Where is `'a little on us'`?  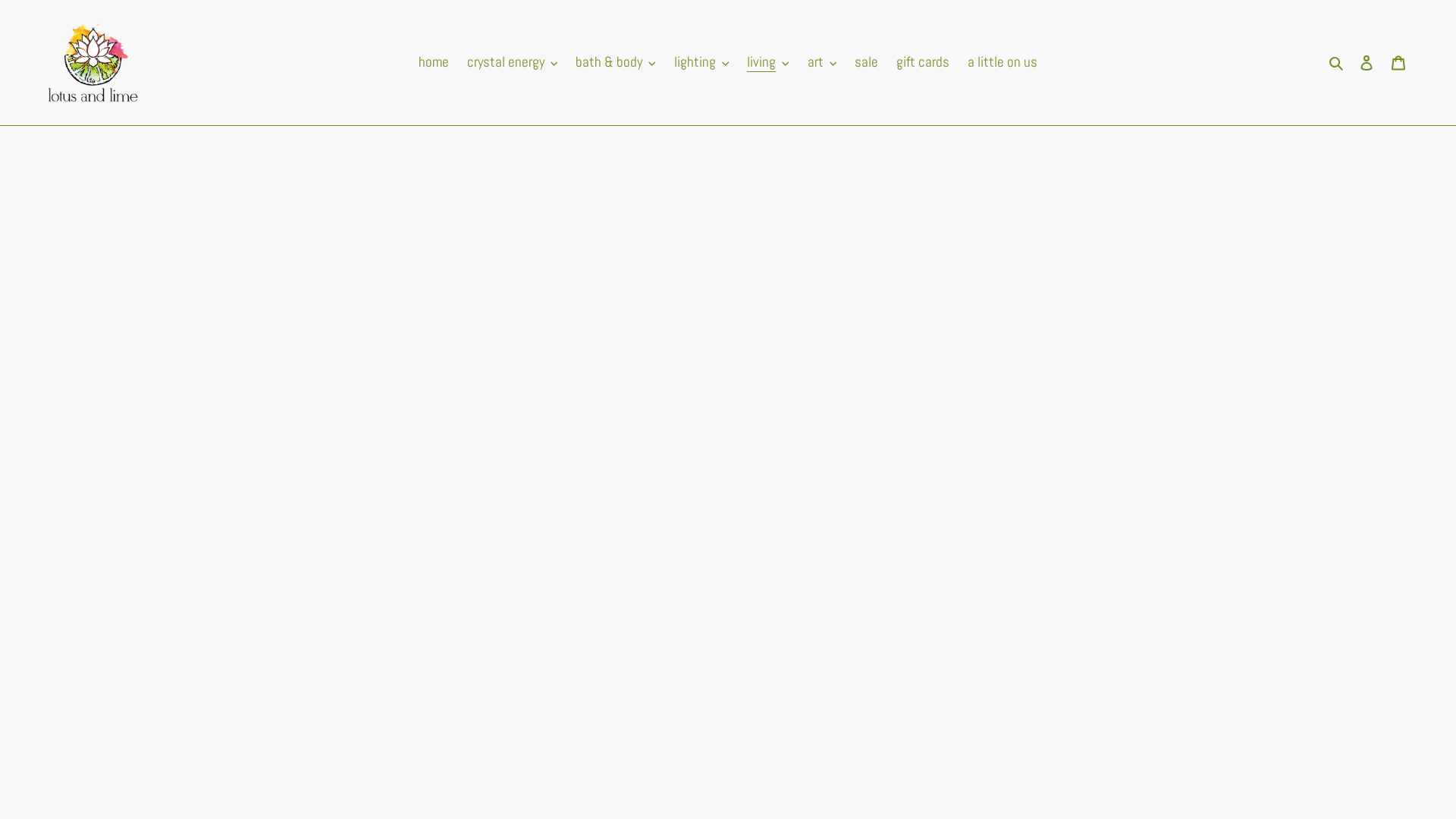 'a little on us' is located at coordinates (1002, 61).